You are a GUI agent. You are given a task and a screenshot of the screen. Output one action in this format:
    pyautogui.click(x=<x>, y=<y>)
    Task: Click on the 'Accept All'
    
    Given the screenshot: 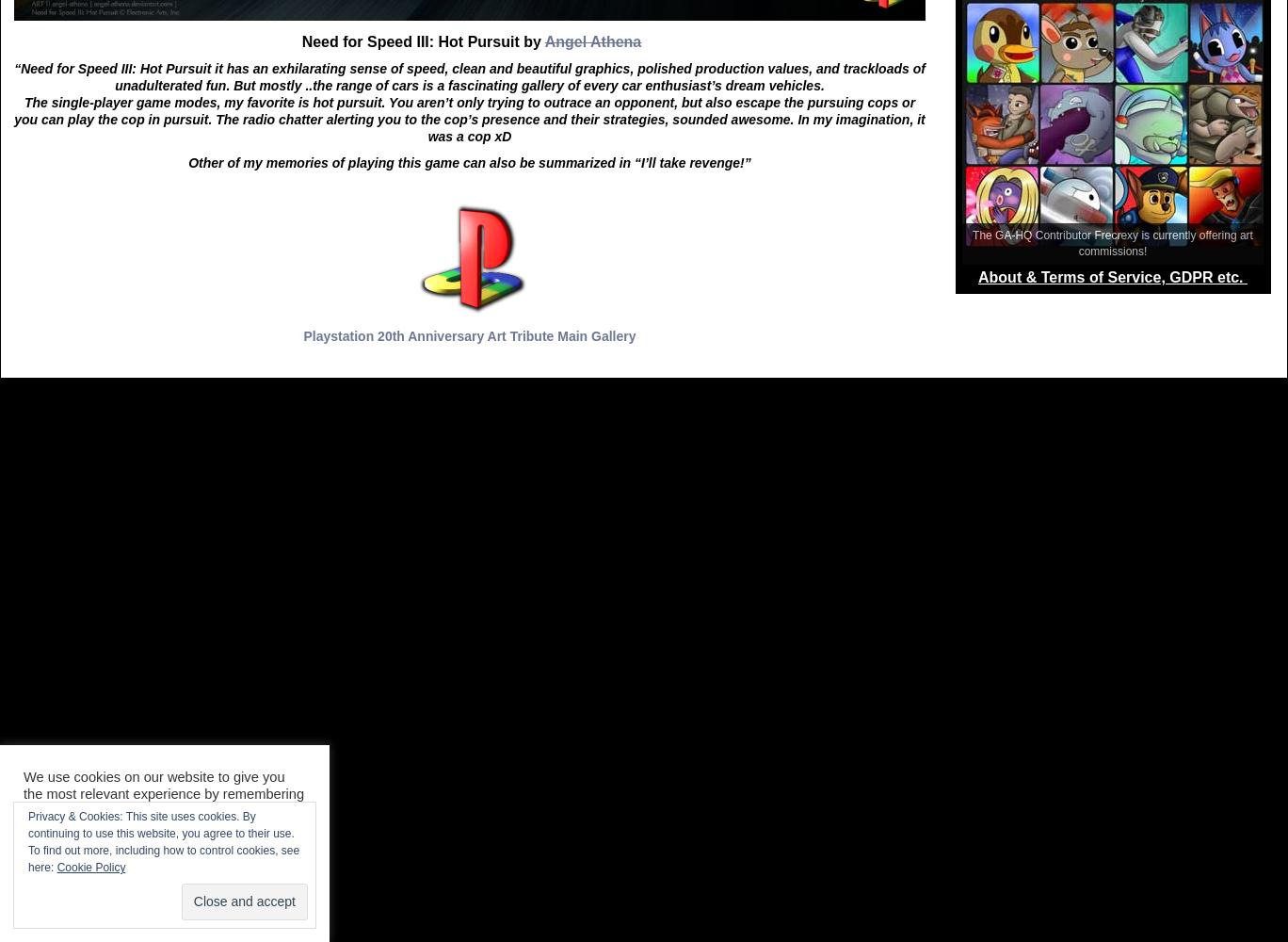 What is the action you would take?
    pyautogui.click(x=178, y=898)
    